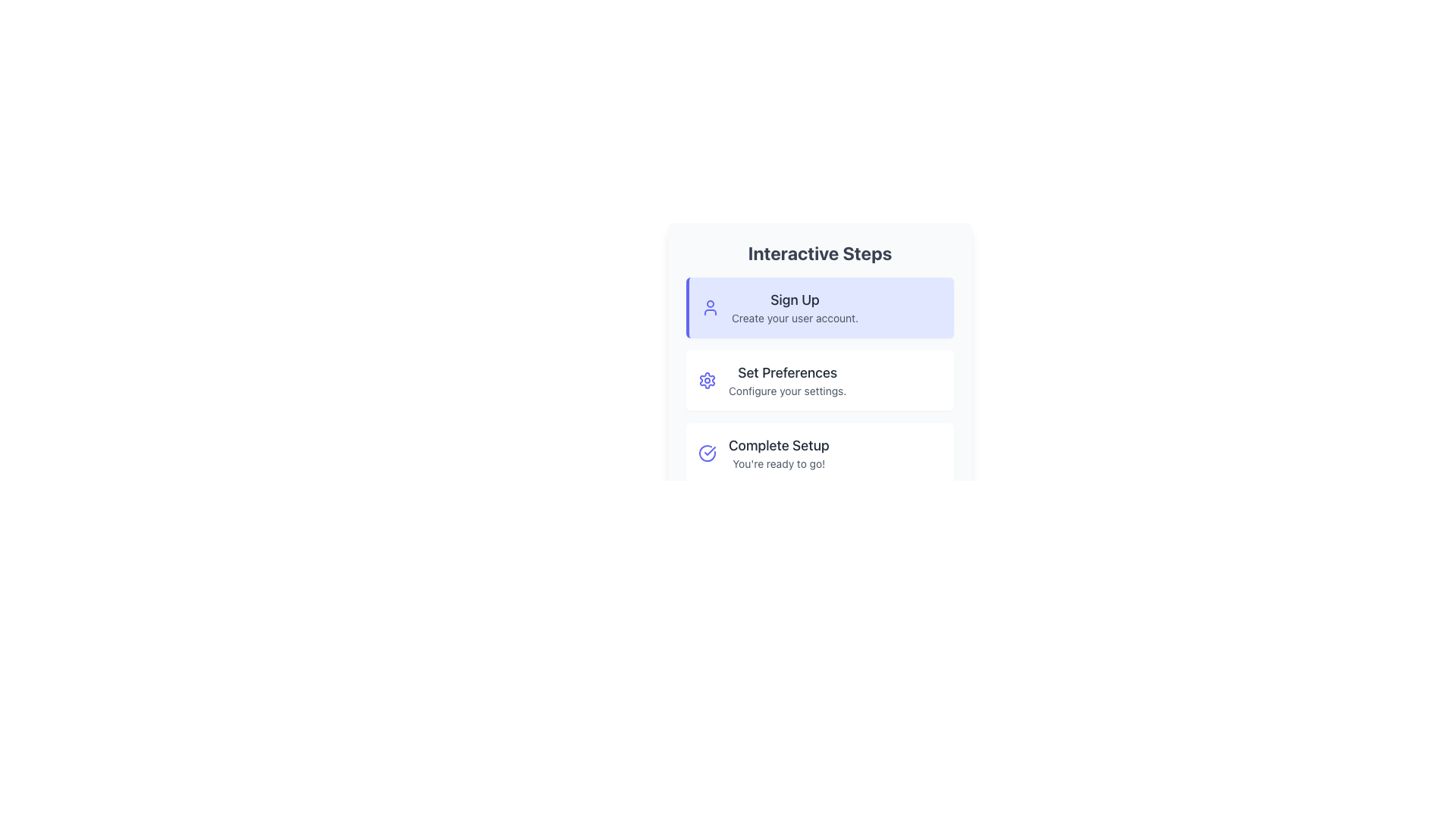 Image resolution: width=1456 pixels, height=819 pixels. I want to click on the indigo circular icon with a tick mark, located to the left of the text 'Complete Setup' in the third item of the 'Interactive Steps' list, so click(706, 452).